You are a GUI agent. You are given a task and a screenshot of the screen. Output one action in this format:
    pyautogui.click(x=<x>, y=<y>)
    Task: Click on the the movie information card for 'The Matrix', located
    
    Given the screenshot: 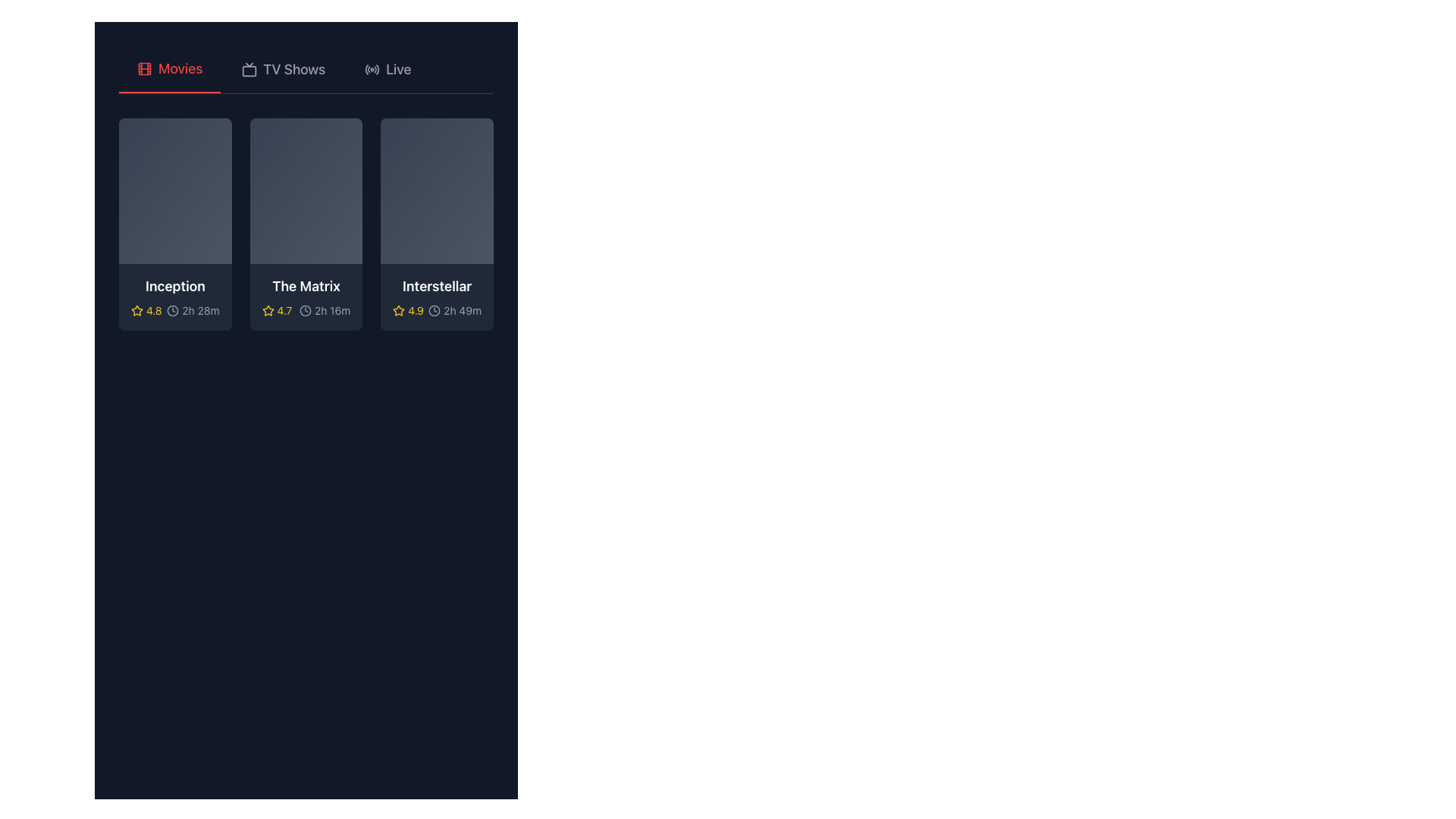 What is the action you would take?
    pyautogui.click(x=305, y=224)
    